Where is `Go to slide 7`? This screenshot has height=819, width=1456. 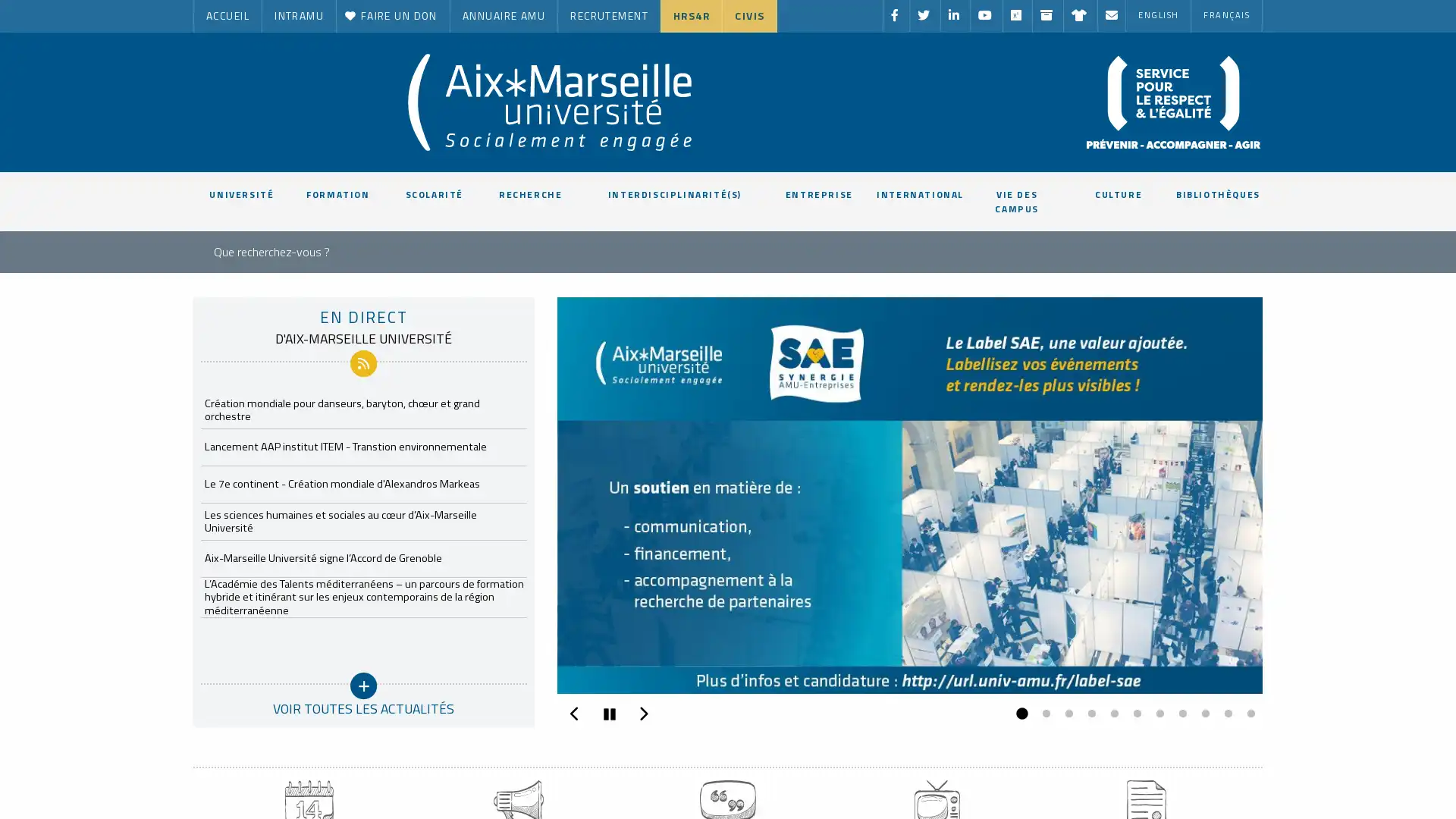
Go to slide 7 is located at coordinates (1156, 714).